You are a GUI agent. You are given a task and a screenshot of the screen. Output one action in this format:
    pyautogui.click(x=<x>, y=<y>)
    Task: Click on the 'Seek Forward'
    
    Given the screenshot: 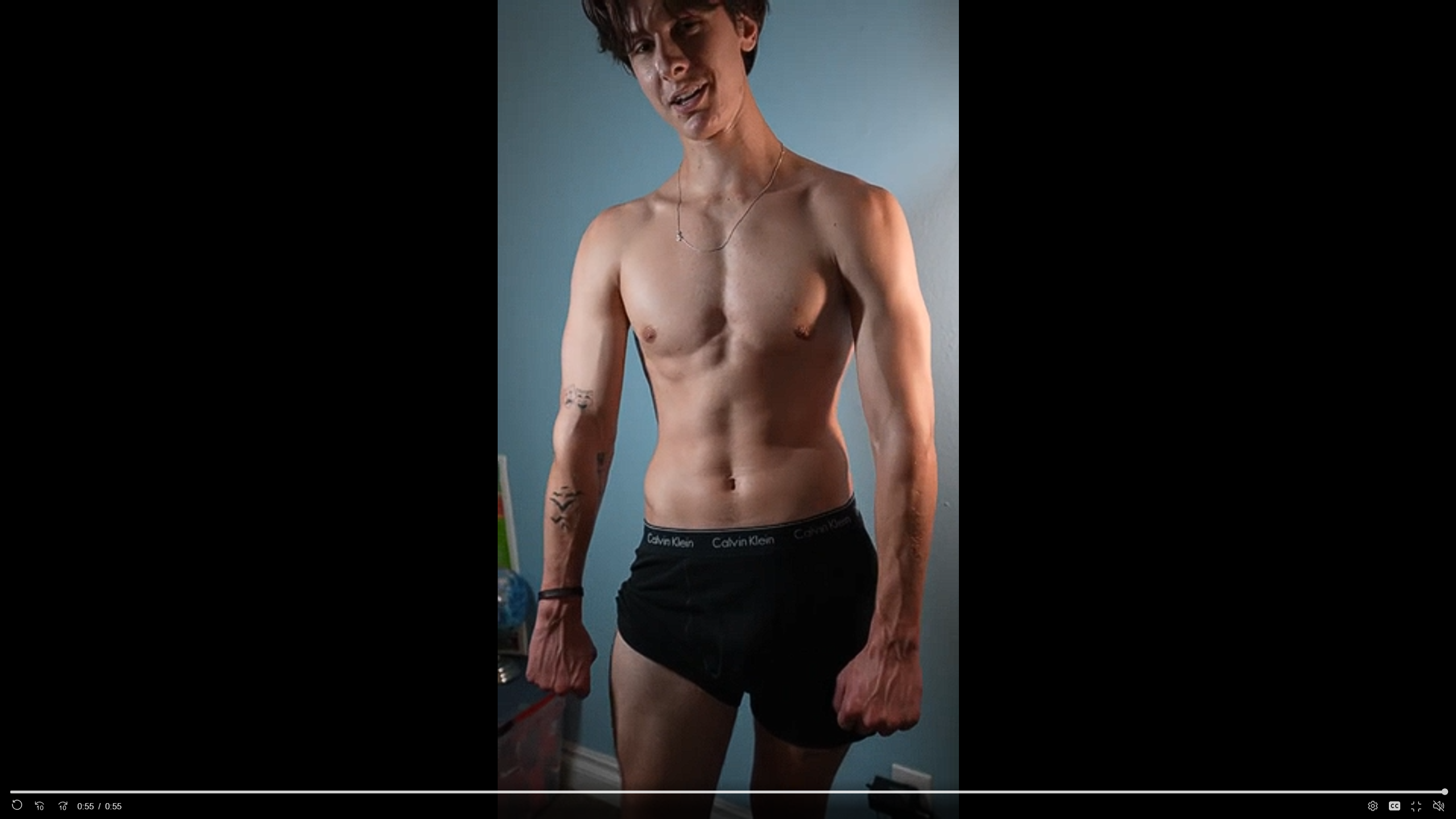 What is the action you would take?
    pyautogui.click(x=63, y=806)
    